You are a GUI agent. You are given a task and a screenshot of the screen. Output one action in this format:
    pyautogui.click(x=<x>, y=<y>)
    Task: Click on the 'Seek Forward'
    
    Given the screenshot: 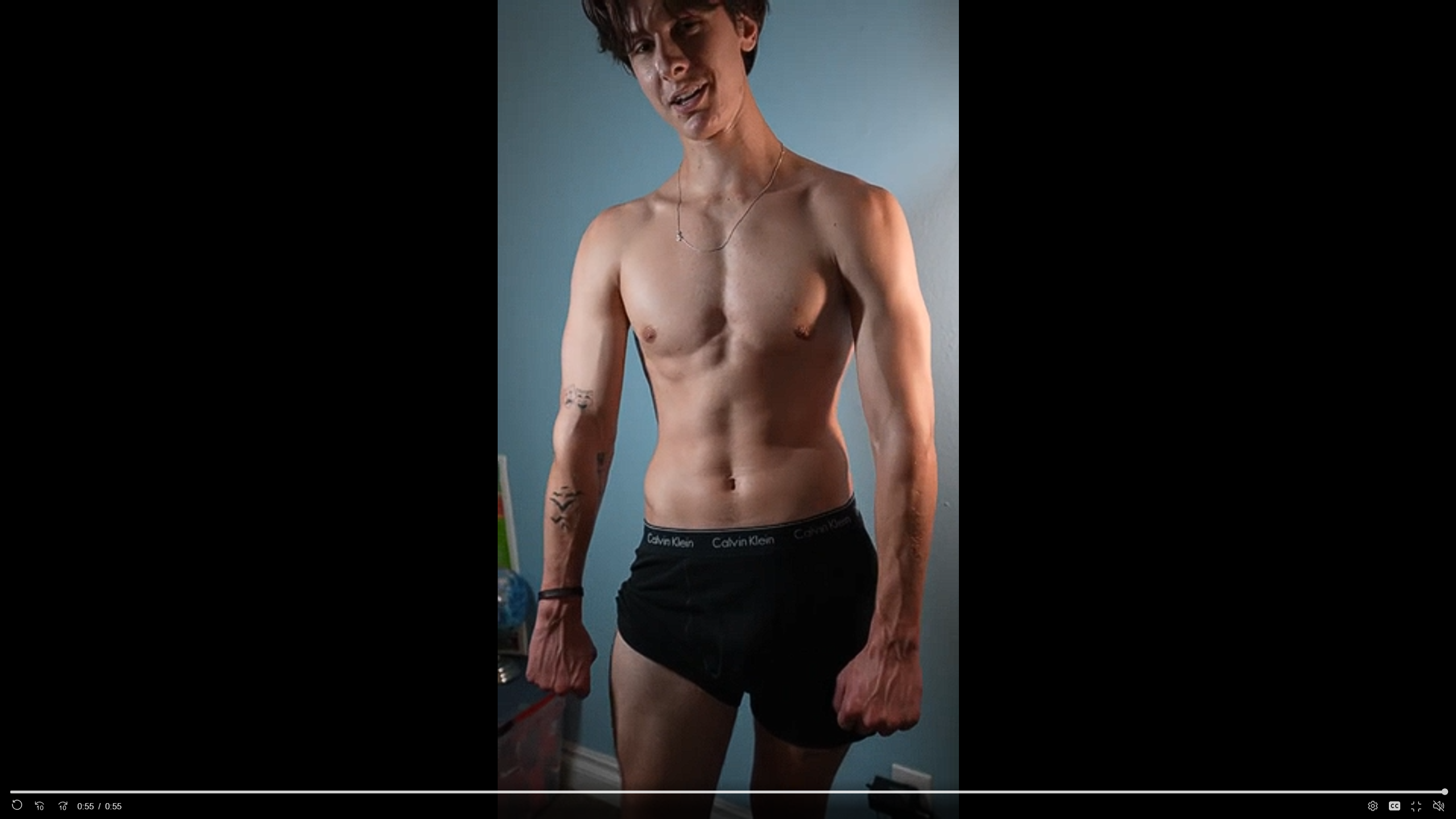 What is the action you would take?
    pyautogui.click(x=63, y=806)
    